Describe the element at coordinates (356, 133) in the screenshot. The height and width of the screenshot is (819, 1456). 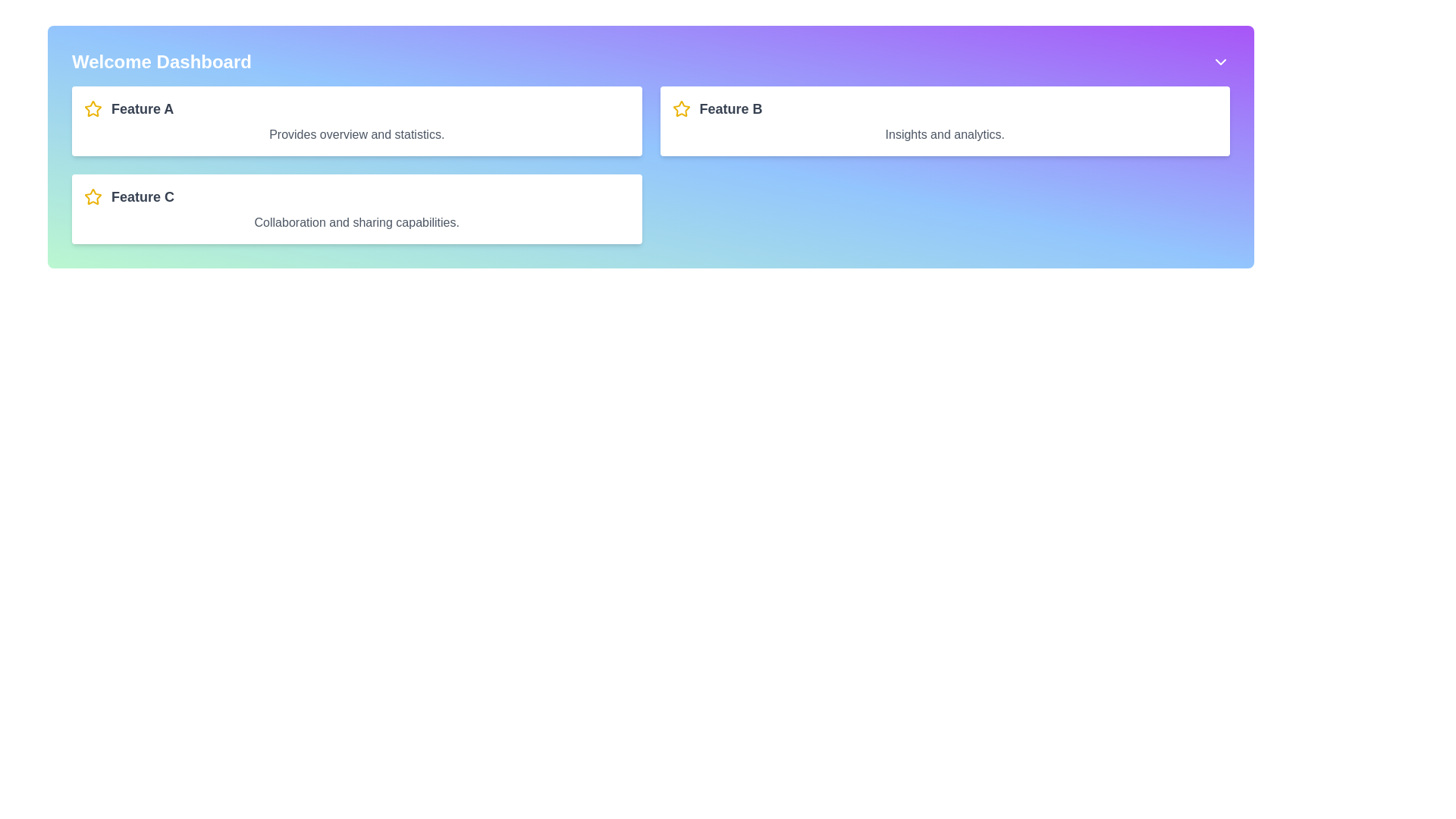
I see `the static text element that provides a brief description of 'Feature A', located in the card-like structure under the feature's title and icon` at that location.